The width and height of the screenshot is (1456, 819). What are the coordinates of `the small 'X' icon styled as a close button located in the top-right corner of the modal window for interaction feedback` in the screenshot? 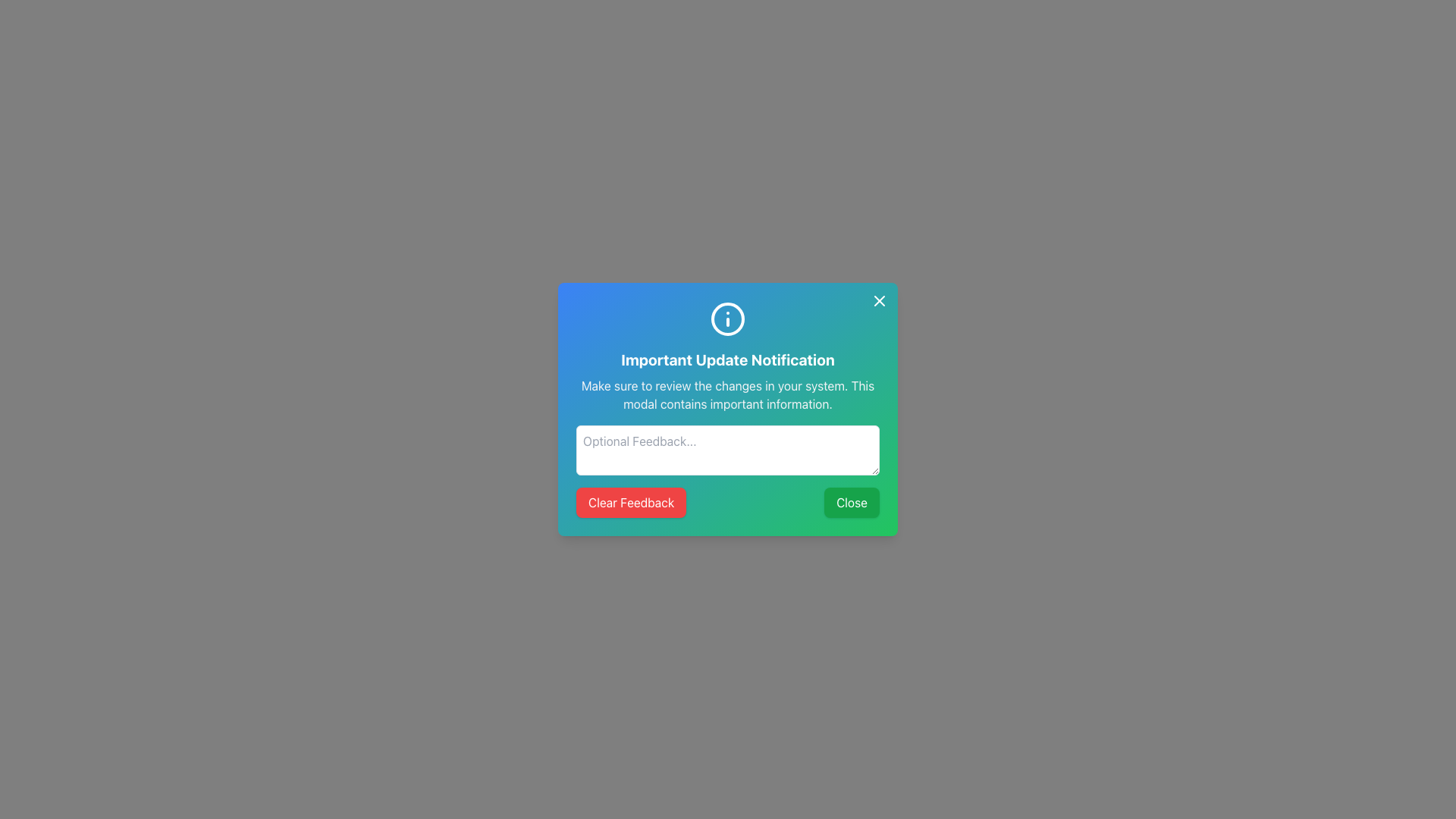 It's located at (880, 301).